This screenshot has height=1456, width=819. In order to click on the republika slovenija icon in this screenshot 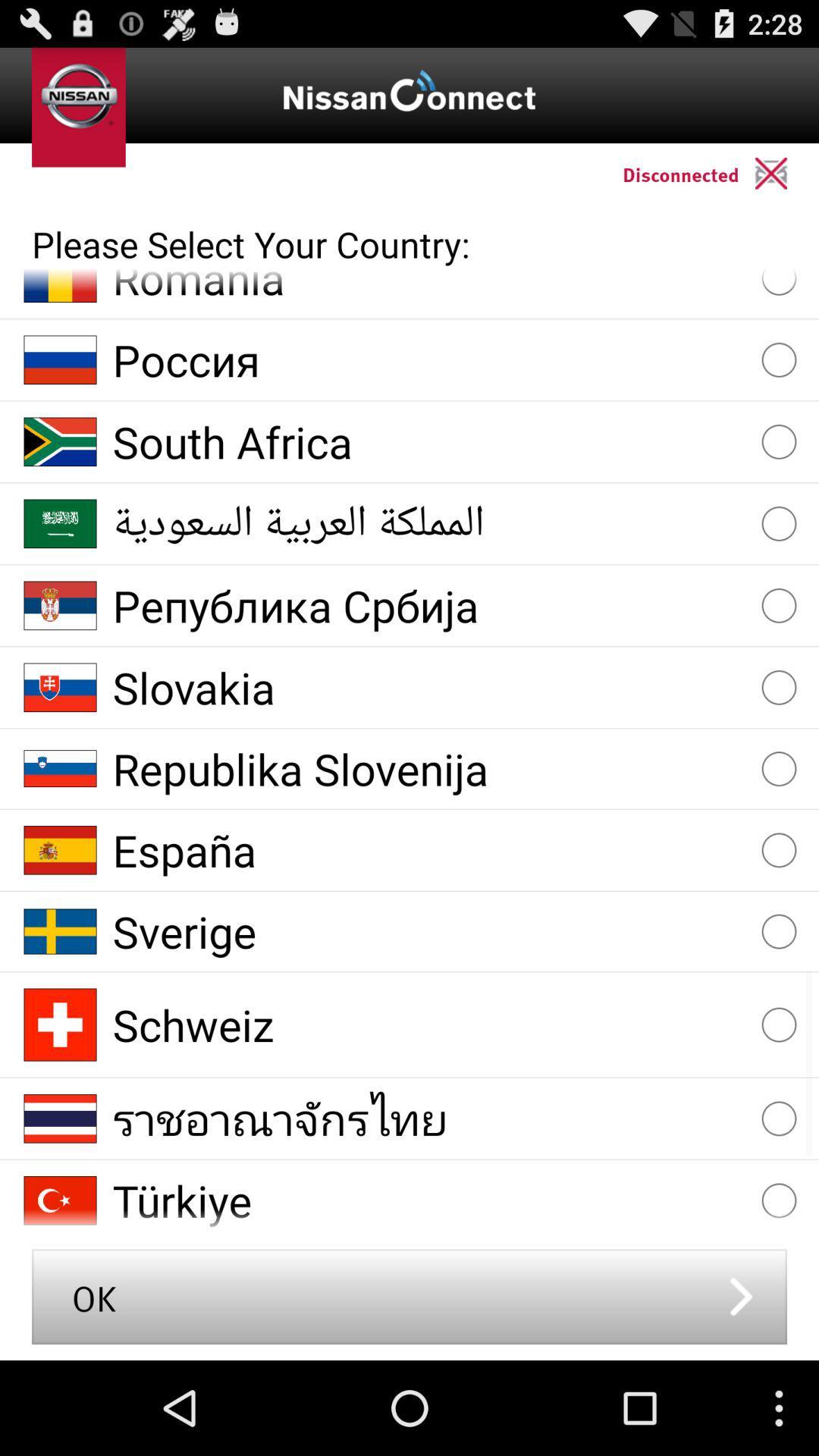, I will do `click(430, 768)`.